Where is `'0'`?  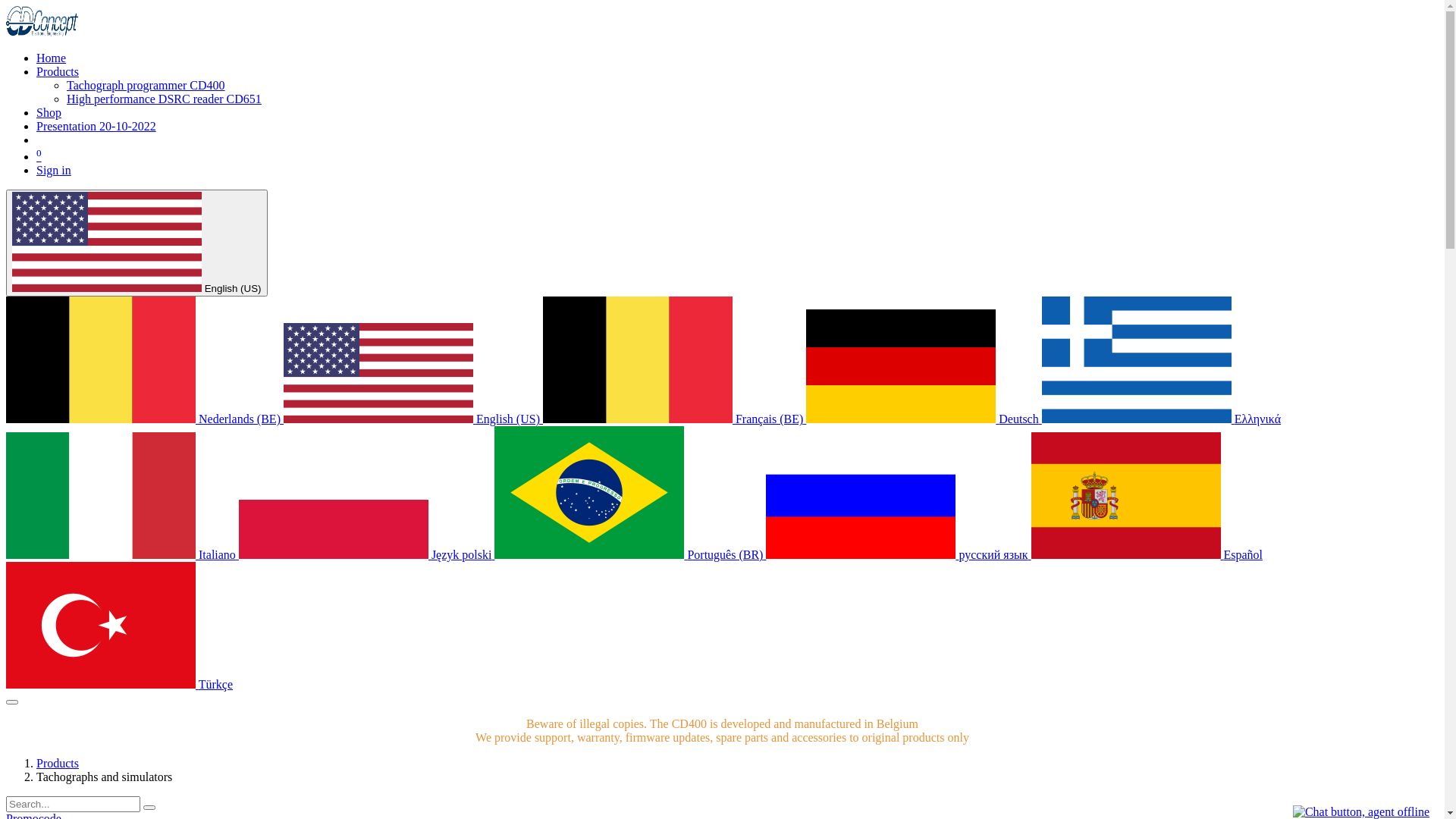 '0' is located at coordinates (39, 156).